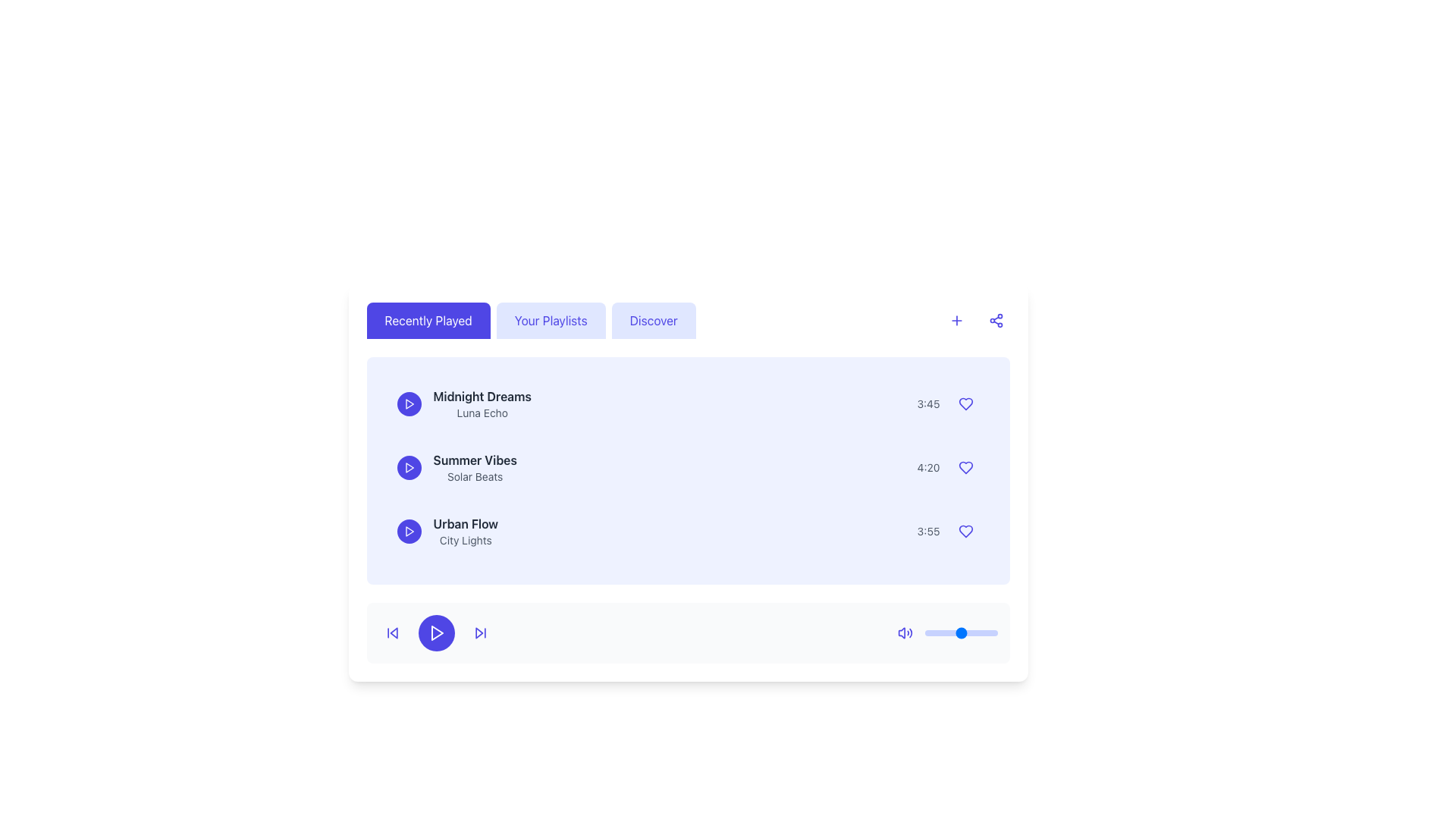 The height and width of the screenshot is (819, 1456). Describe the element at coordinates (465, 531) in the screenshot. I see `the text label representing a music track entry` at that location.